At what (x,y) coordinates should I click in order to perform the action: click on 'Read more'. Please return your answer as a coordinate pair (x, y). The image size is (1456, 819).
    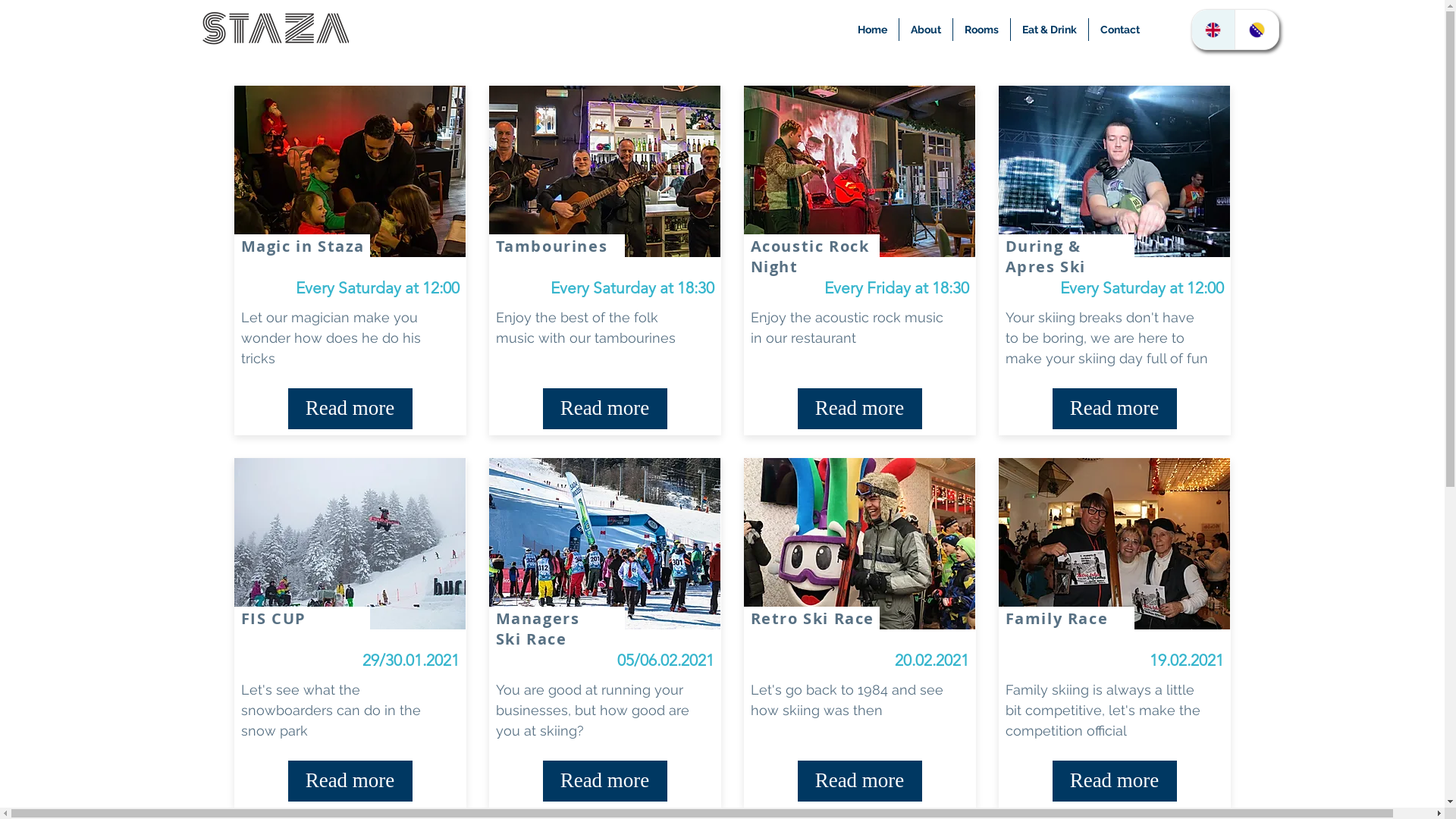
    Looking at the image, I should click on (1114, 780).